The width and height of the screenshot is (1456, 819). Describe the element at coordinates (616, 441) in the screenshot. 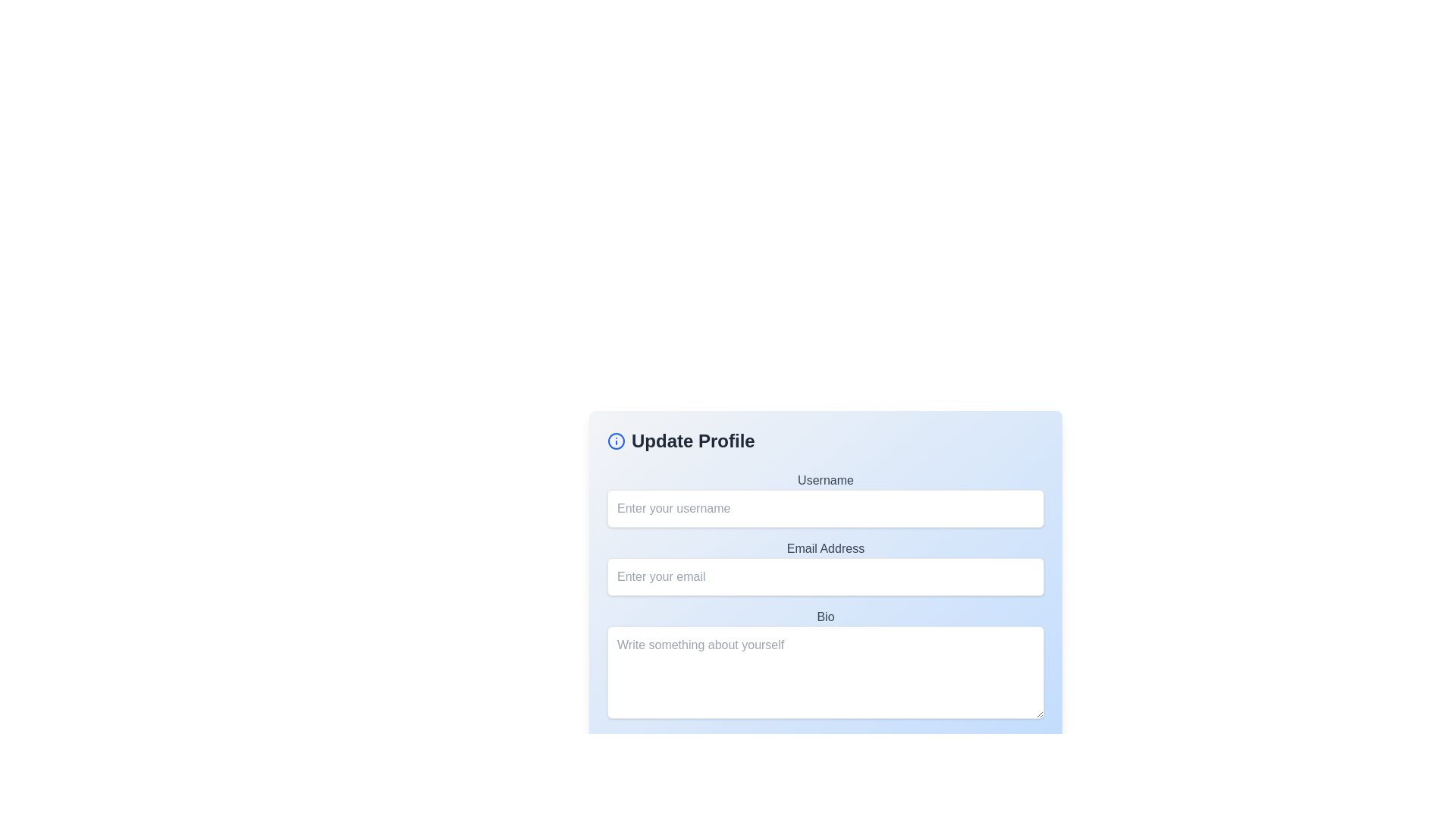

I see `the circular icon with a blue outline and a central vertical line capped with a small dot, located to the left of the 'Update Profile' text heading` at that location.